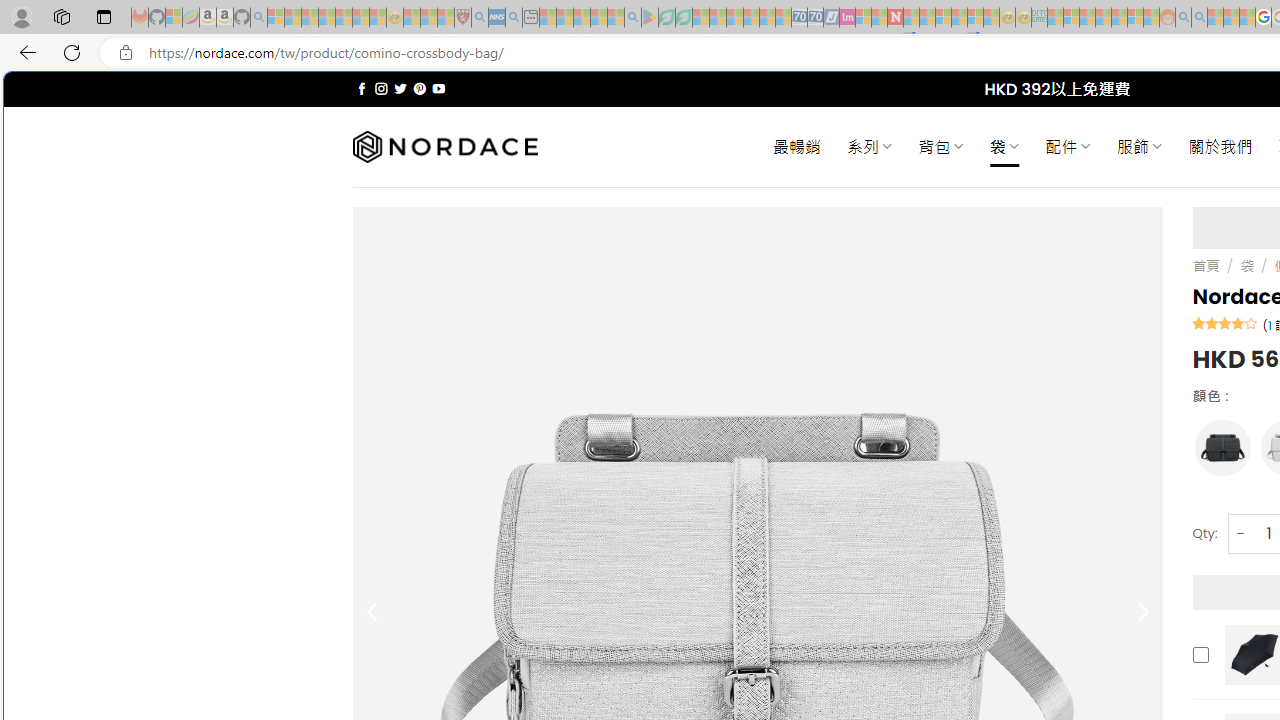 The height and width of the screenshot is (720, 1280). What do you see at coordinates (461, 17) in the screenshot?
I see `'Robert H. Shmerling, MD - Harvard Health - Sleeping'` at bounding box center [461, 17].